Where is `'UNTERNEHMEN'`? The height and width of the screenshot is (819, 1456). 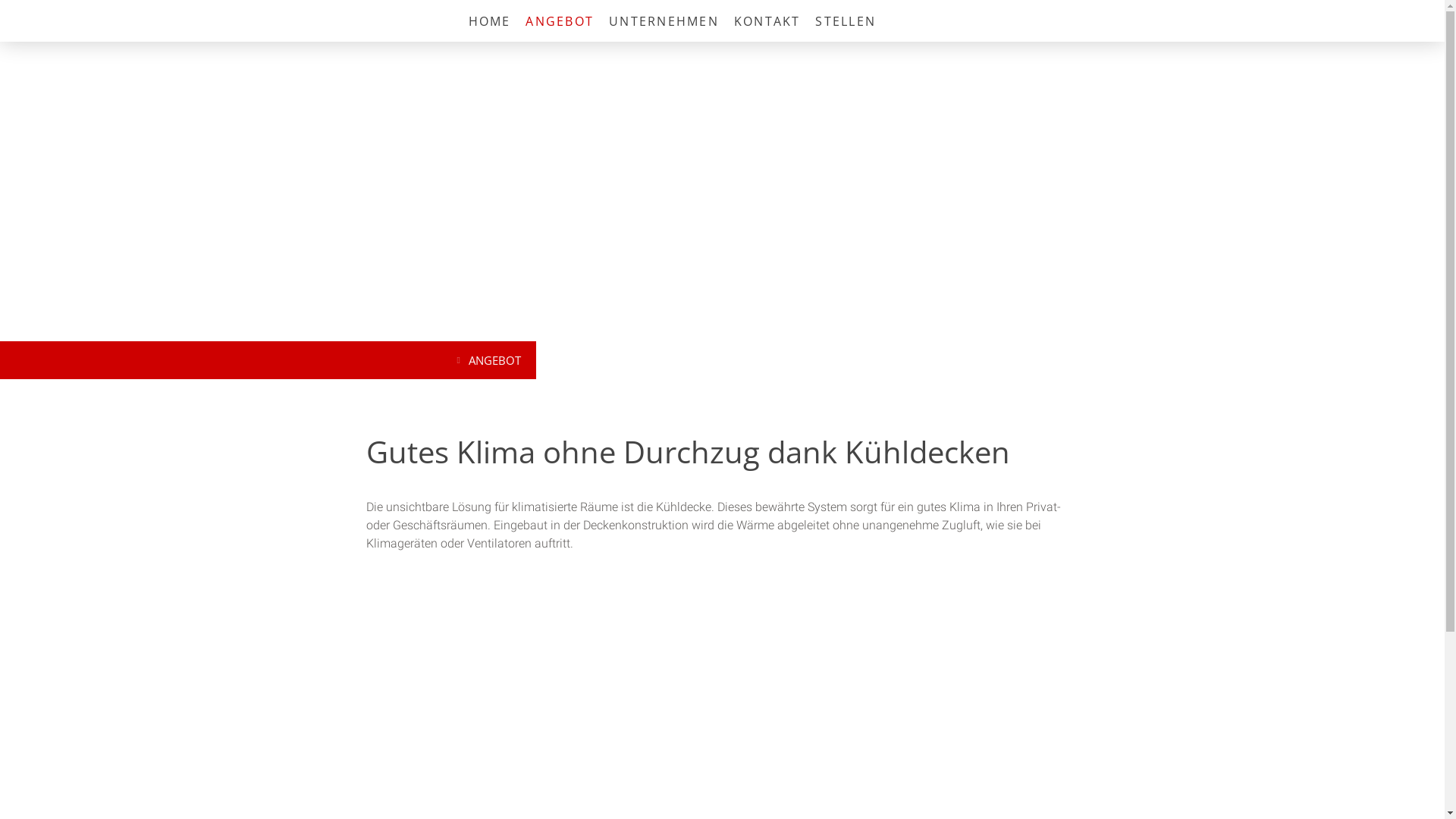
'UNTERNEHMEN' is located at coordinates (664, 20).